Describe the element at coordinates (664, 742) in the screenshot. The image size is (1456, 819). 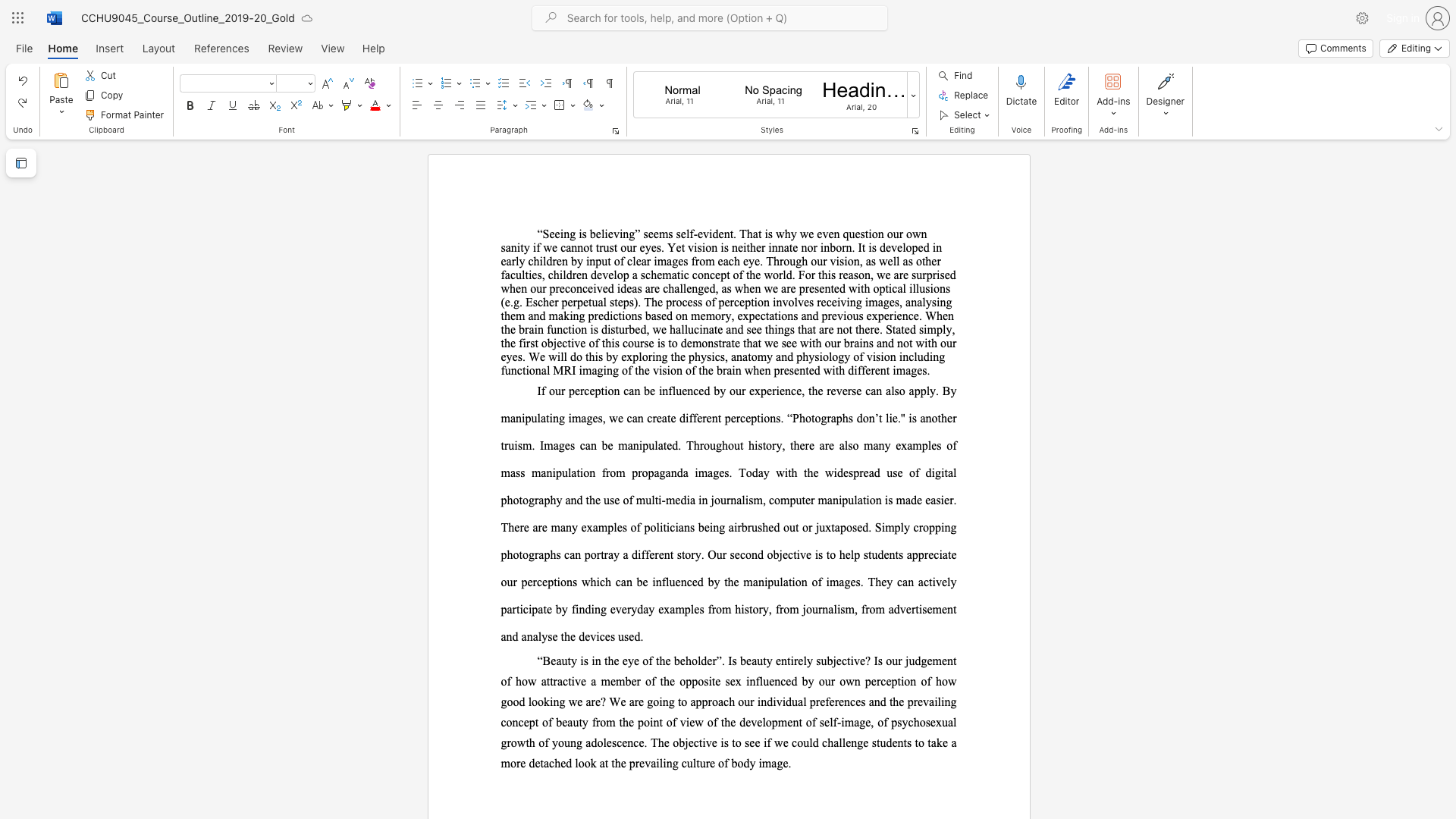
I see `the subset text "e objective is to see if we could challenge students to take a more detached look at the prevailing culture of bod" within the text "“Beauty is in the eye of the beholder”. Is beauty entirely subjective? Is our judgement of how attractive a member of the opposite sex influenced by our own perception of how good looking we are? We are going to approach our individual preferences and the prevailing concept of beauty from the point of view of the development of self-image, of psychosexual growth of young adolescence. The objective is to see if we could challenge students to take a more detached look at the prevailing culture of body image."` at that location.